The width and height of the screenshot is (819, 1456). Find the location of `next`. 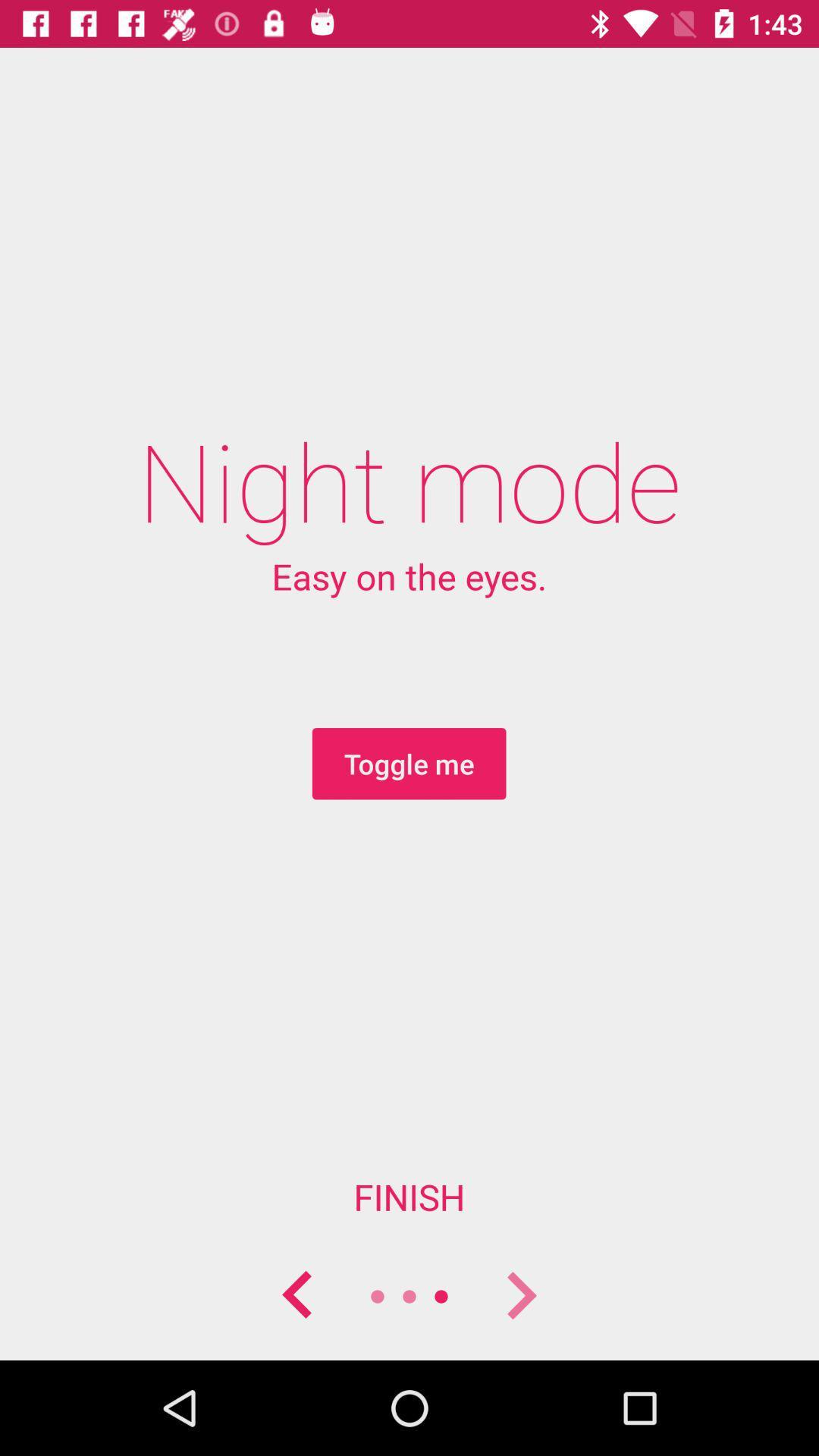

next is located at coordinates (519, 1295).